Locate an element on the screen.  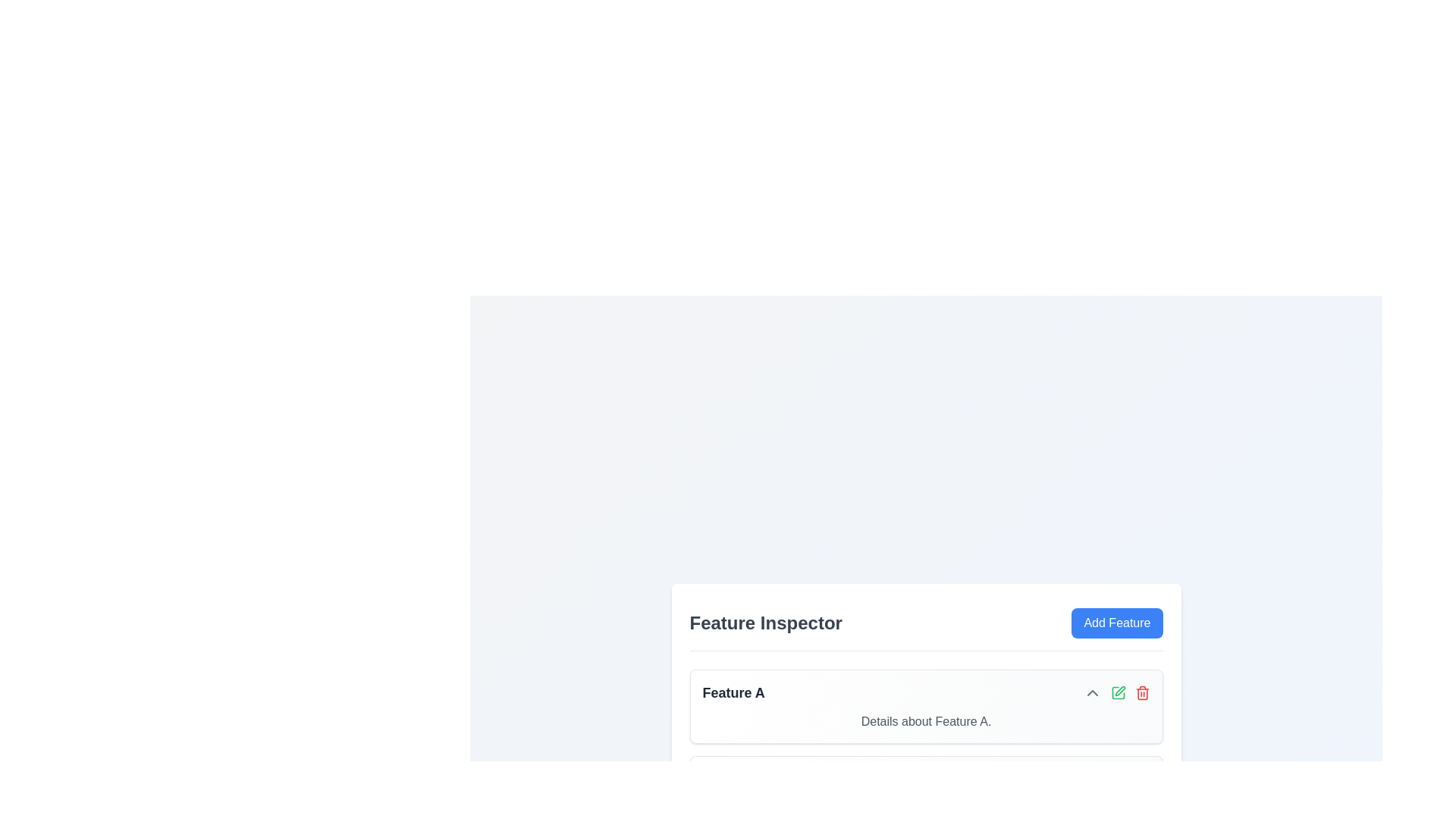
the green pen icon button located in the top-right corner of the feature card is located at coordinates (1118, 692).